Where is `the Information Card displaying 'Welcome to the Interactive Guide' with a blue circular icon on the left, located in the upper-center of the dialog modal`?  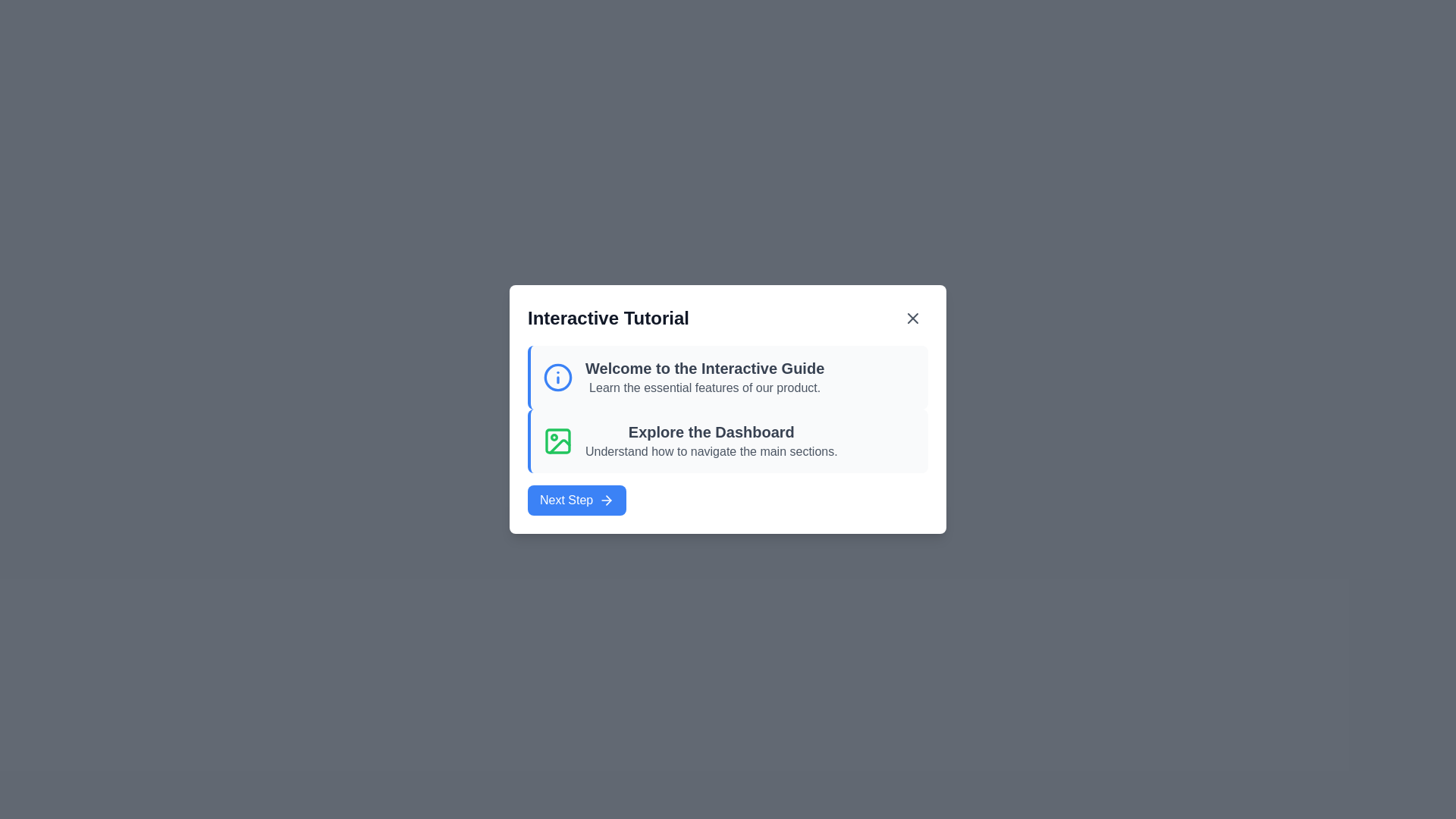 the Information Card displaying 'Welcome to the Interactive Guide' with a blue circular icon on the left, located in the upper-center of the dialog modal is located at coordinates (728, 376).